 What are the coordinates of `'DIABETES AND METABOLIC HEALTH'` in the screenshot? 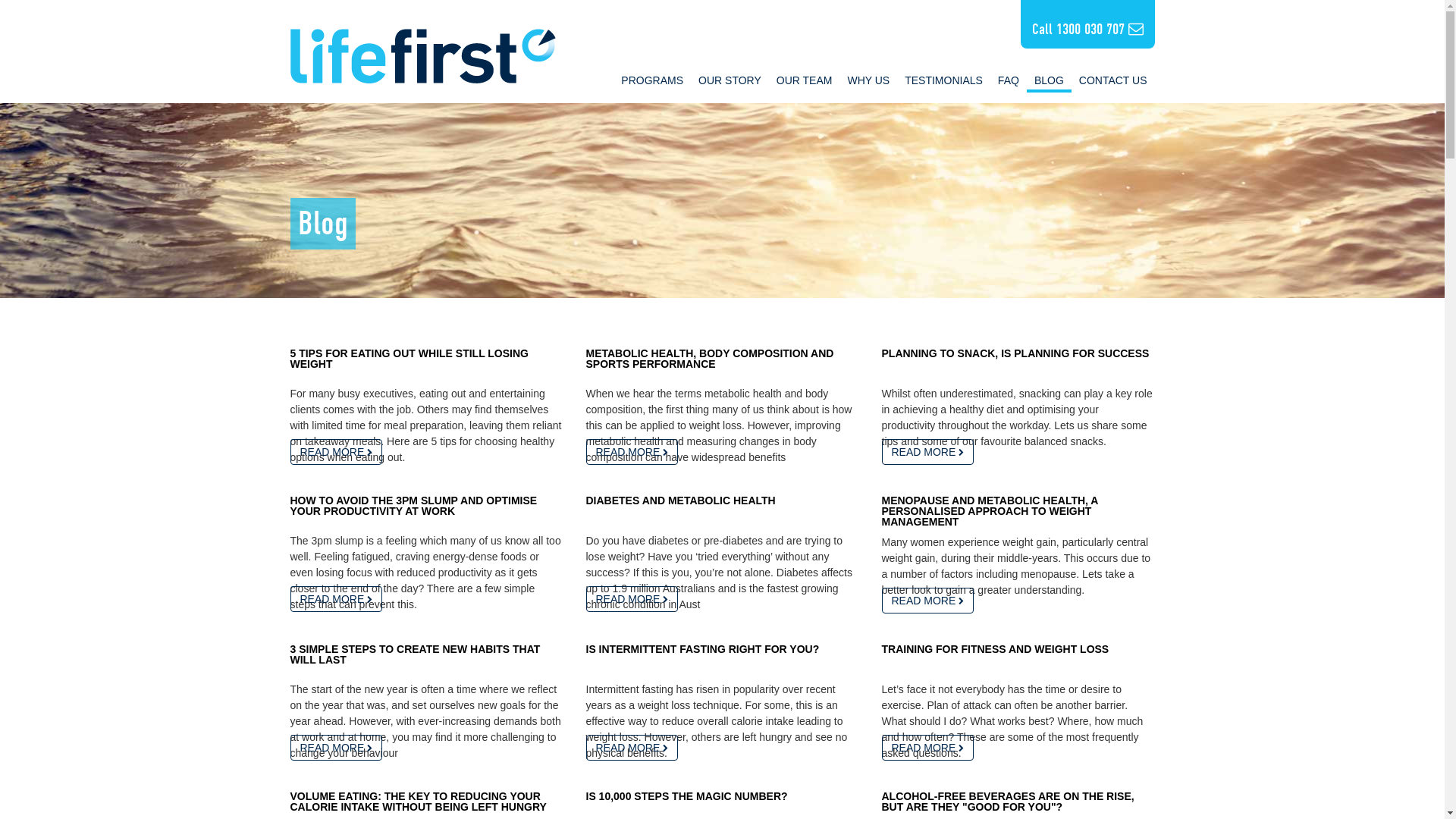 It's located at (679, 500).